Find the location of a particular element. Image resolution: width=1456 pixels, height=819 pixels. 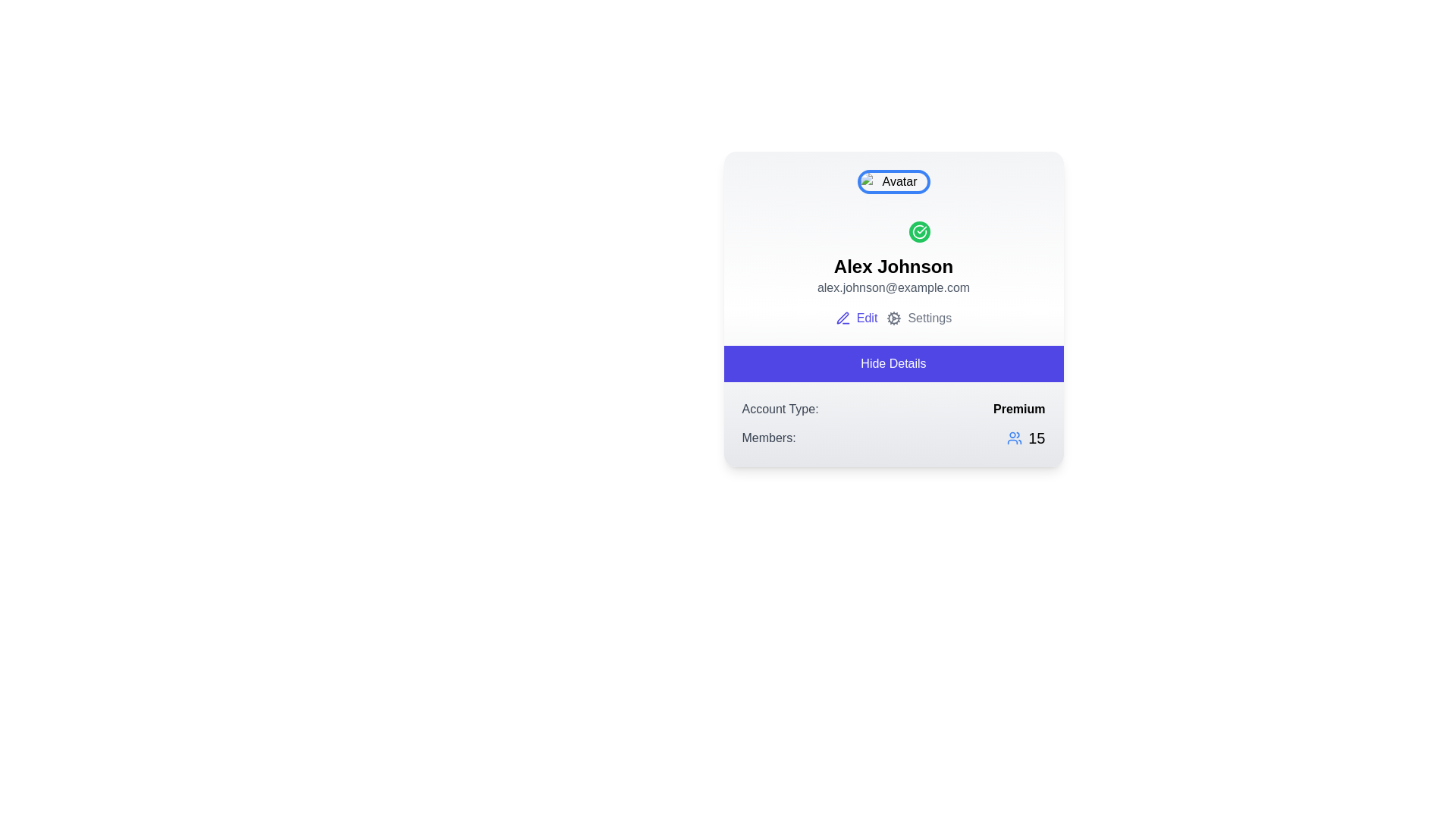

the static text label that provides context for the 'Premium' account status, located leftmost in the account information row below the 'Hide Details' button is located at coordinates (780, 409).